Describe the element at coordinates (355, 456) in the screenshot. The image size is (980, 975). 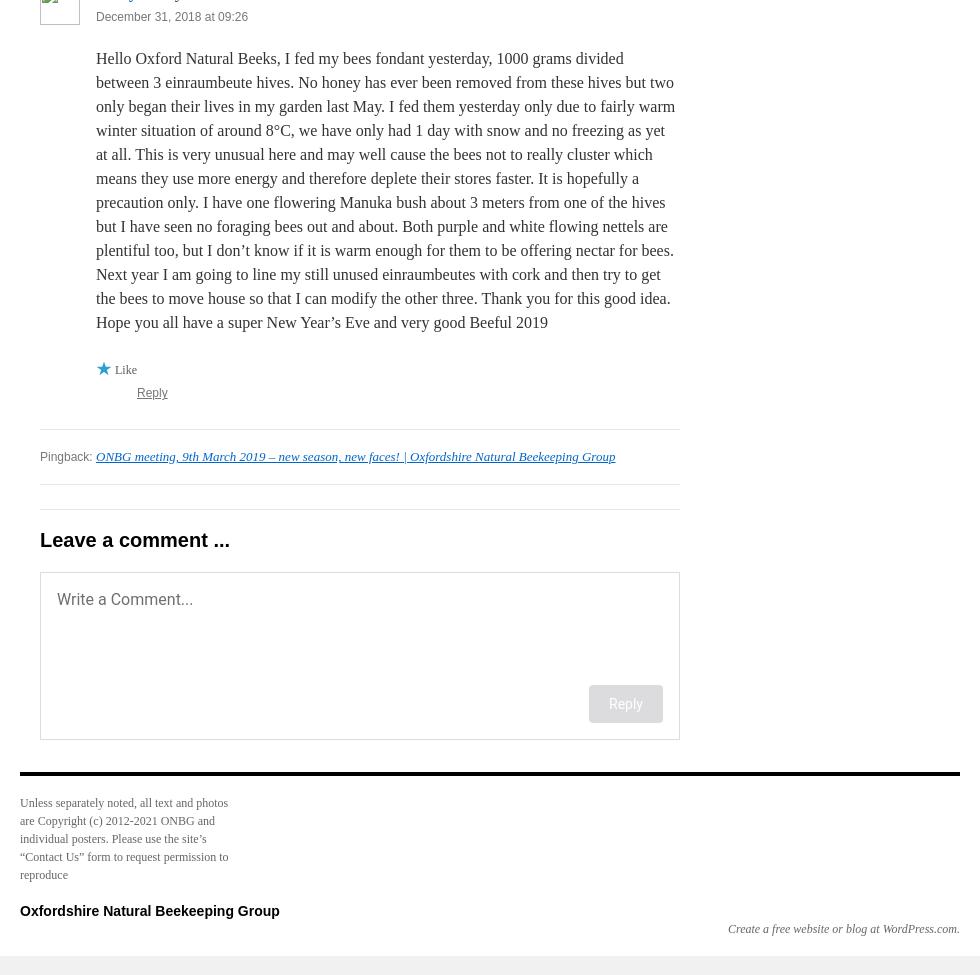
I see `'ONBG meeting, 9th March 2019 – new season, new faces! | Oxfordshire Natural Beekeeping Group'` at that location.